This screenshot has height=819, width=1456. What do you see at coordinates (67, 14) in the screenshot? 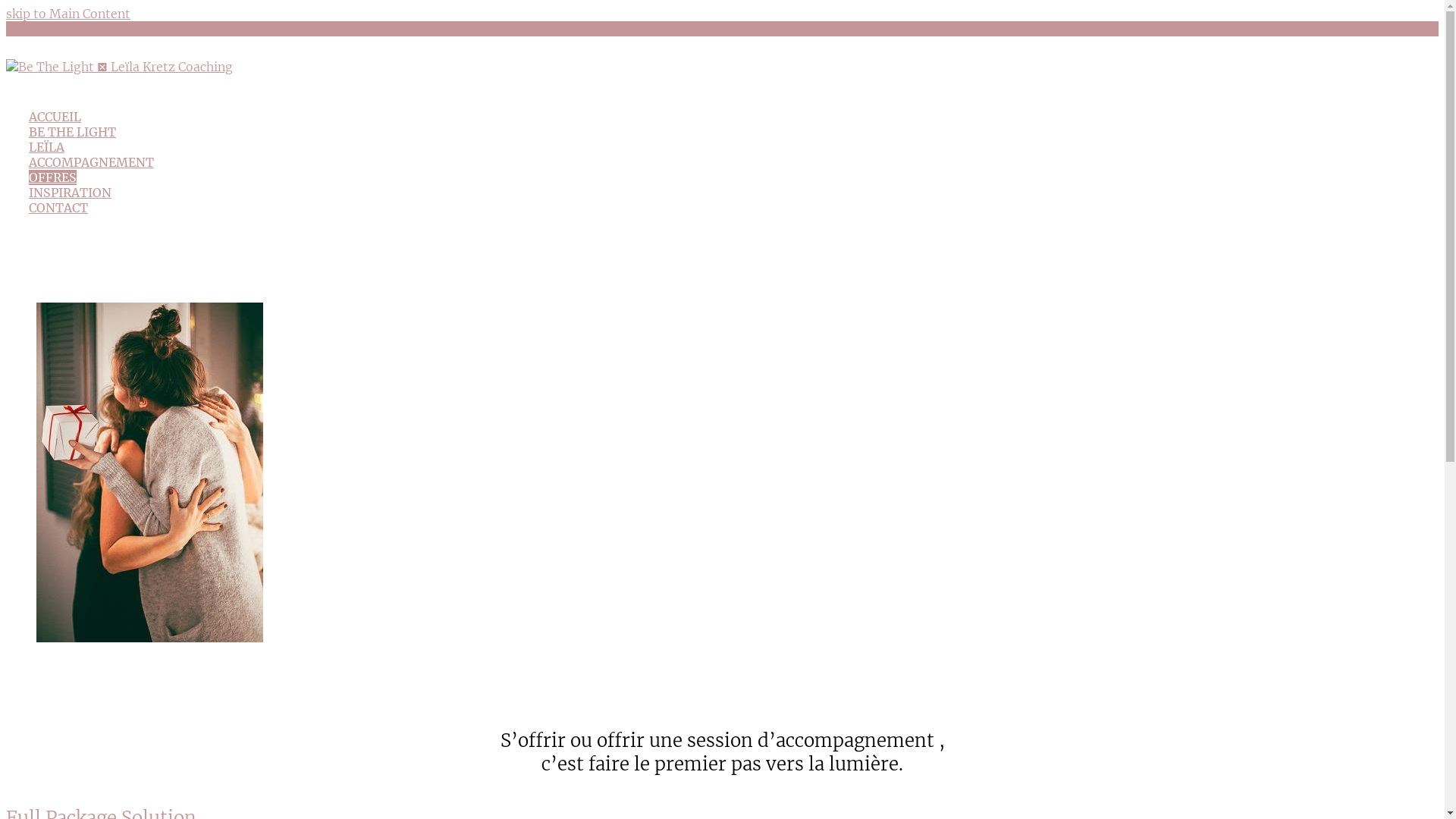
I see `'skip to Main Content'` at bounding box center [67, 14].